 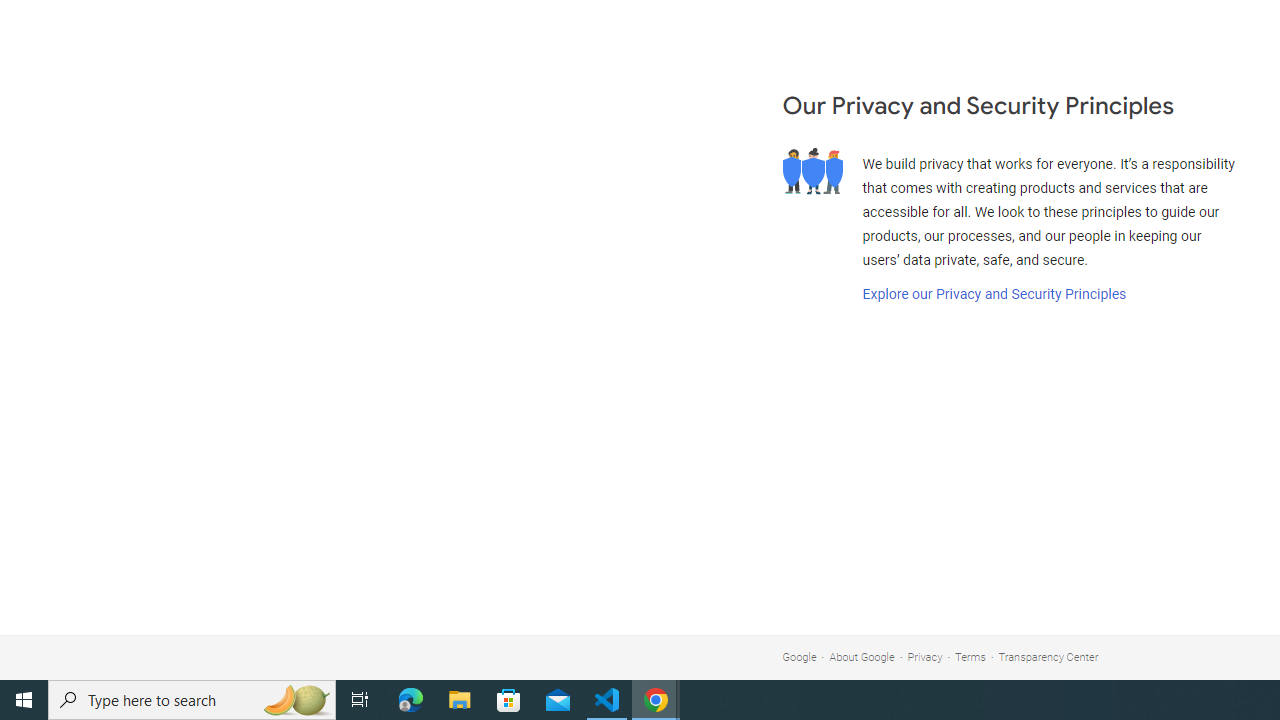 What do you see at coordinates (1047, 657) in the screenshot?
I see `'Transparency Center'` at bounding box center [1047, 657].